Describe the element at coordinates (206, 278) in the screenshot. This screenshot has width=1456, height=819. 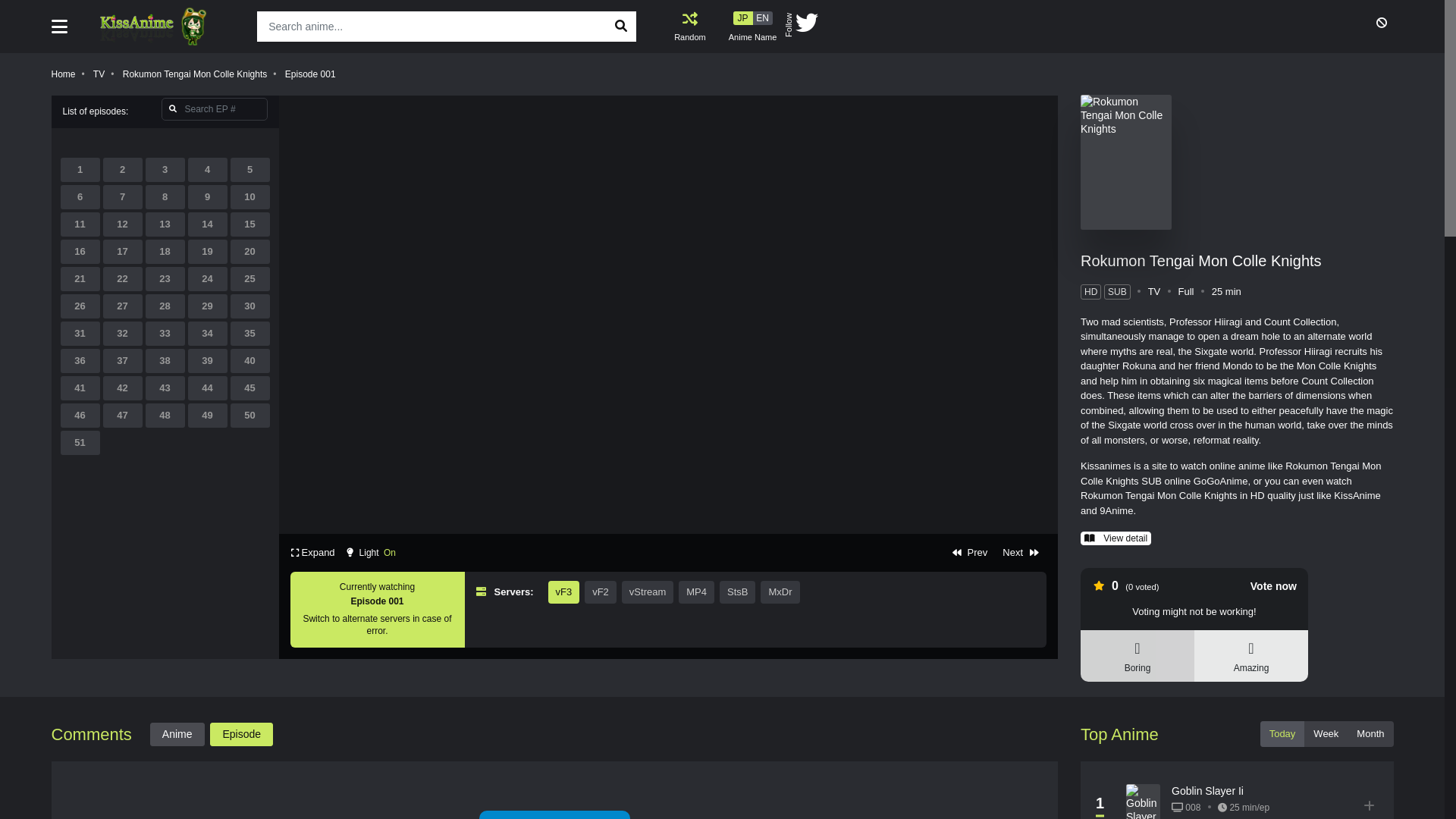
I see `'24'` at that location.